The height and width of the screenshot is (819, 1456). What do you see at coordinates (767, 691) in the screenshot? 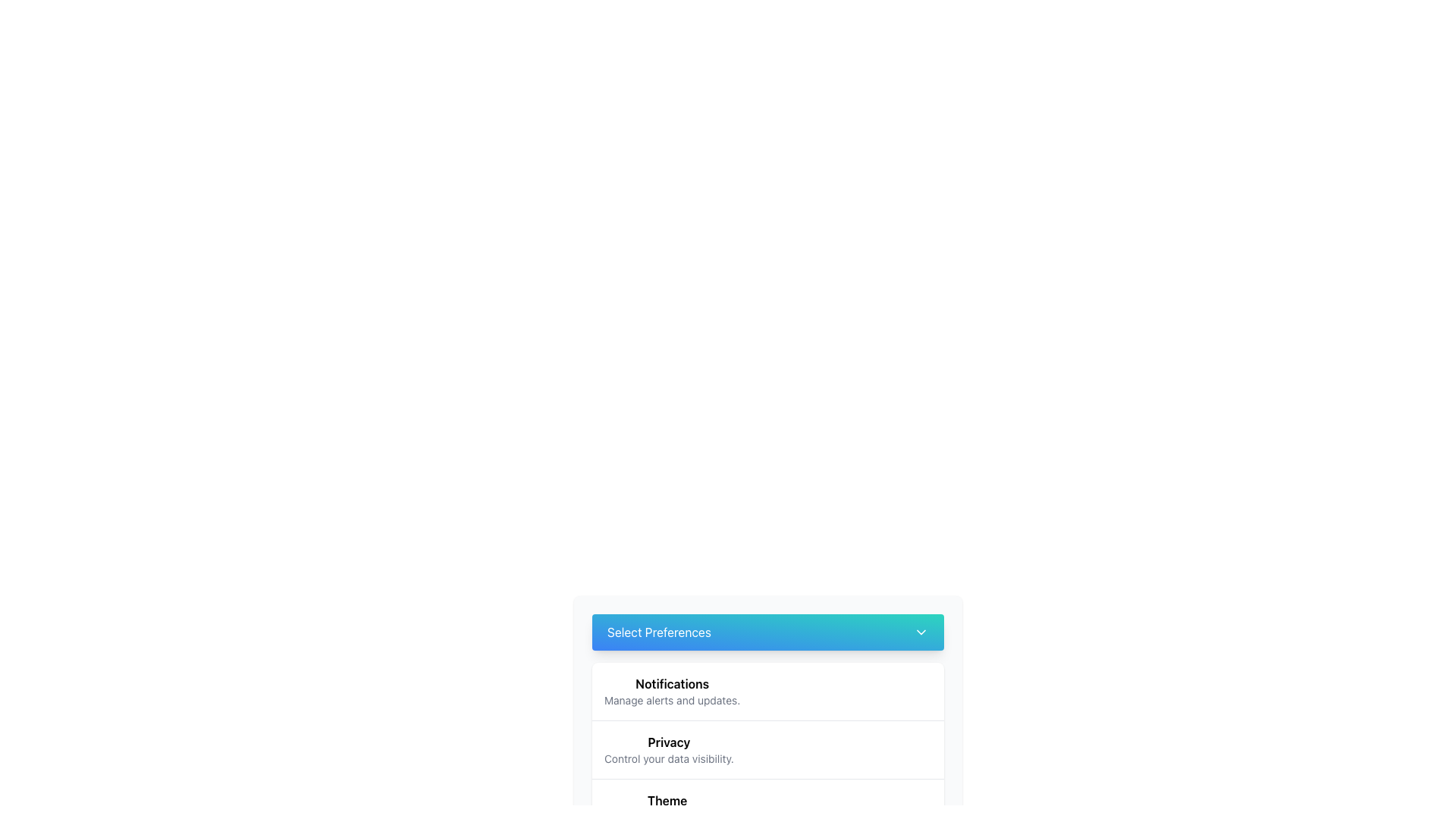
I see `the 'Notifications' menu item, which is the first item under the 'Select Preferences' section` at bounding box center [767, 691].